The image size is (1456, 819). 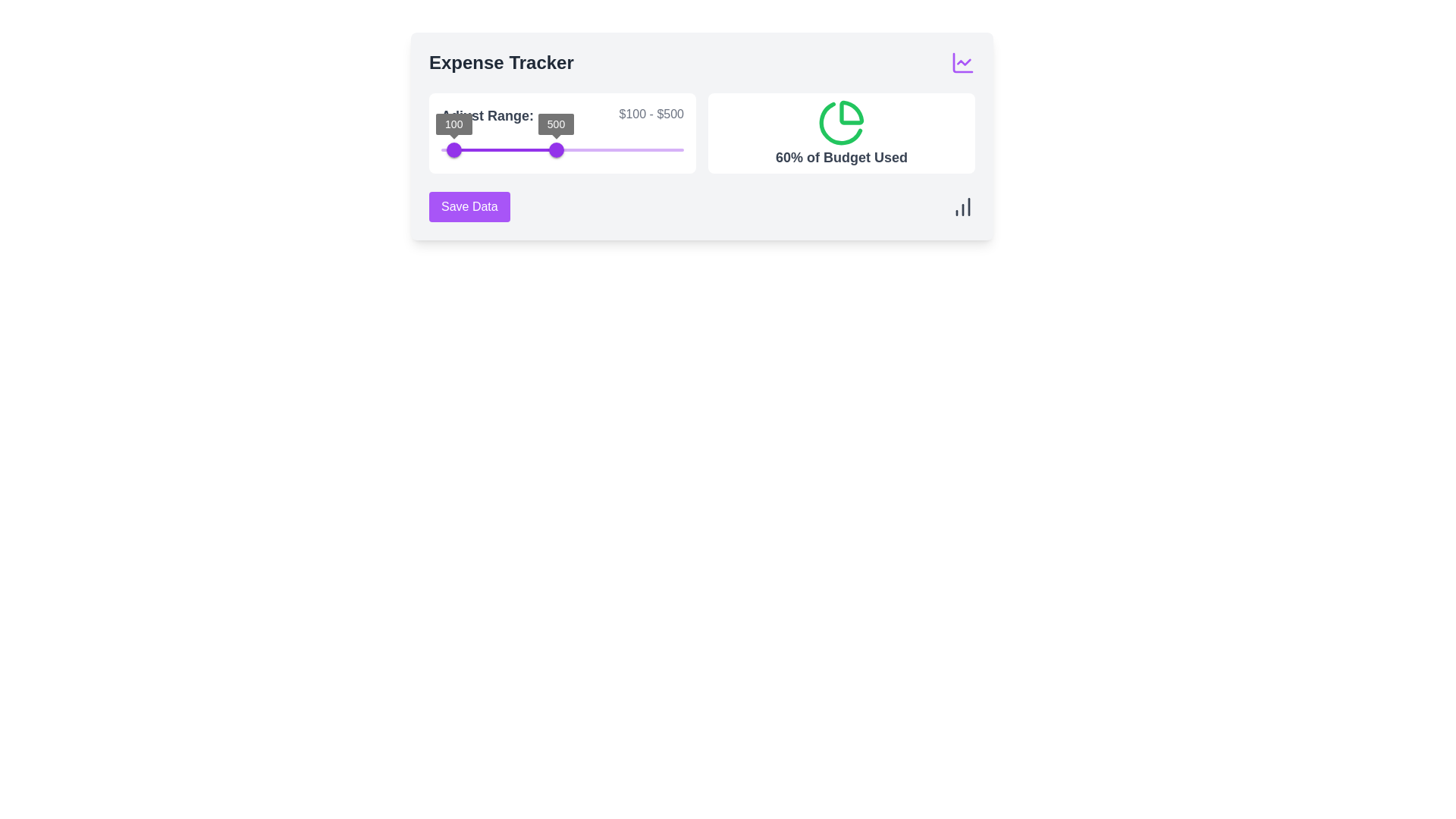 What do you see at coordinates (366, 152) in the screenshot?
I see `the target slider's value` at bounding box center [366, 152].